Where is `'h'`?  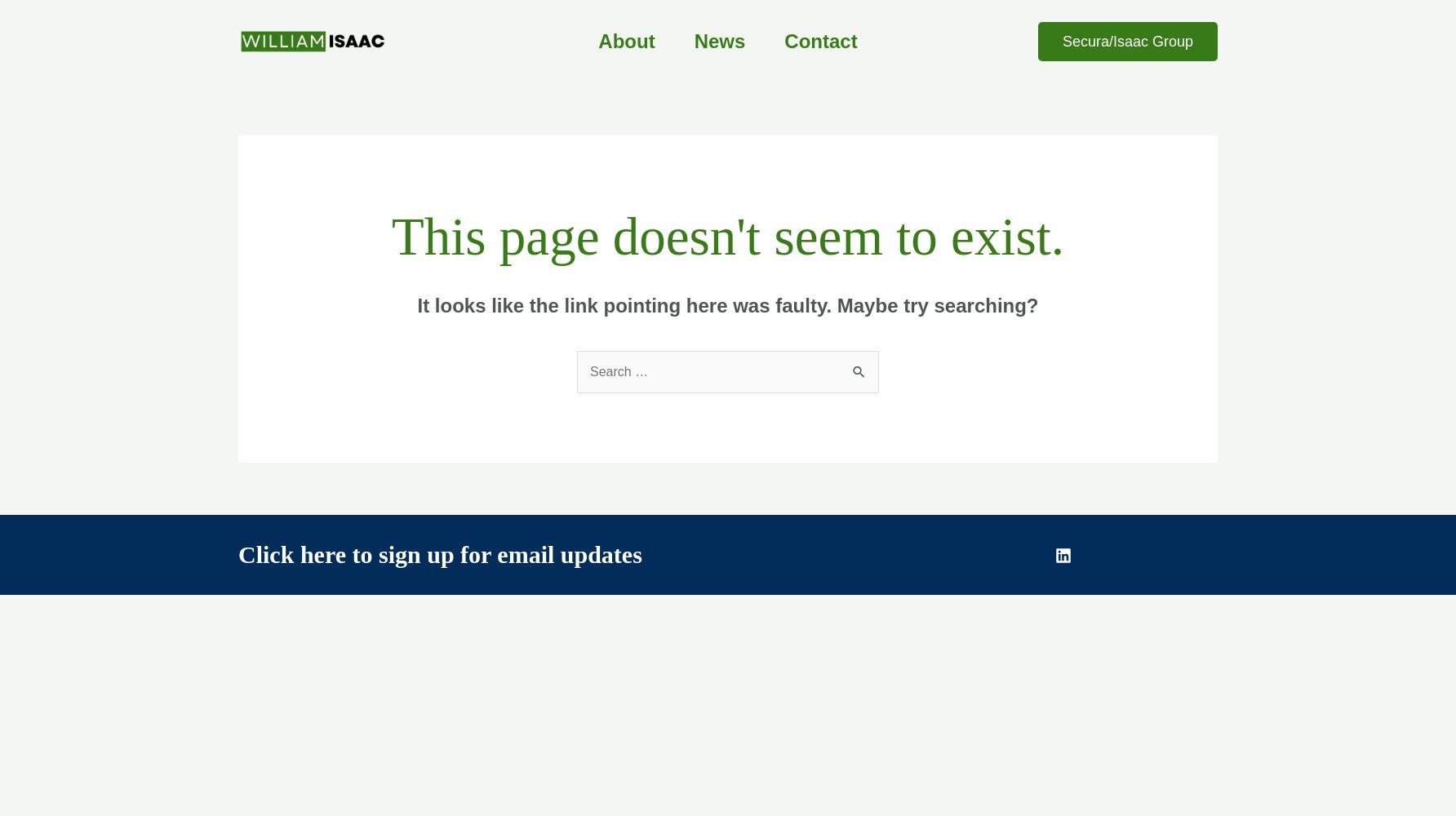
'h' is located at coordinates (298, 554).